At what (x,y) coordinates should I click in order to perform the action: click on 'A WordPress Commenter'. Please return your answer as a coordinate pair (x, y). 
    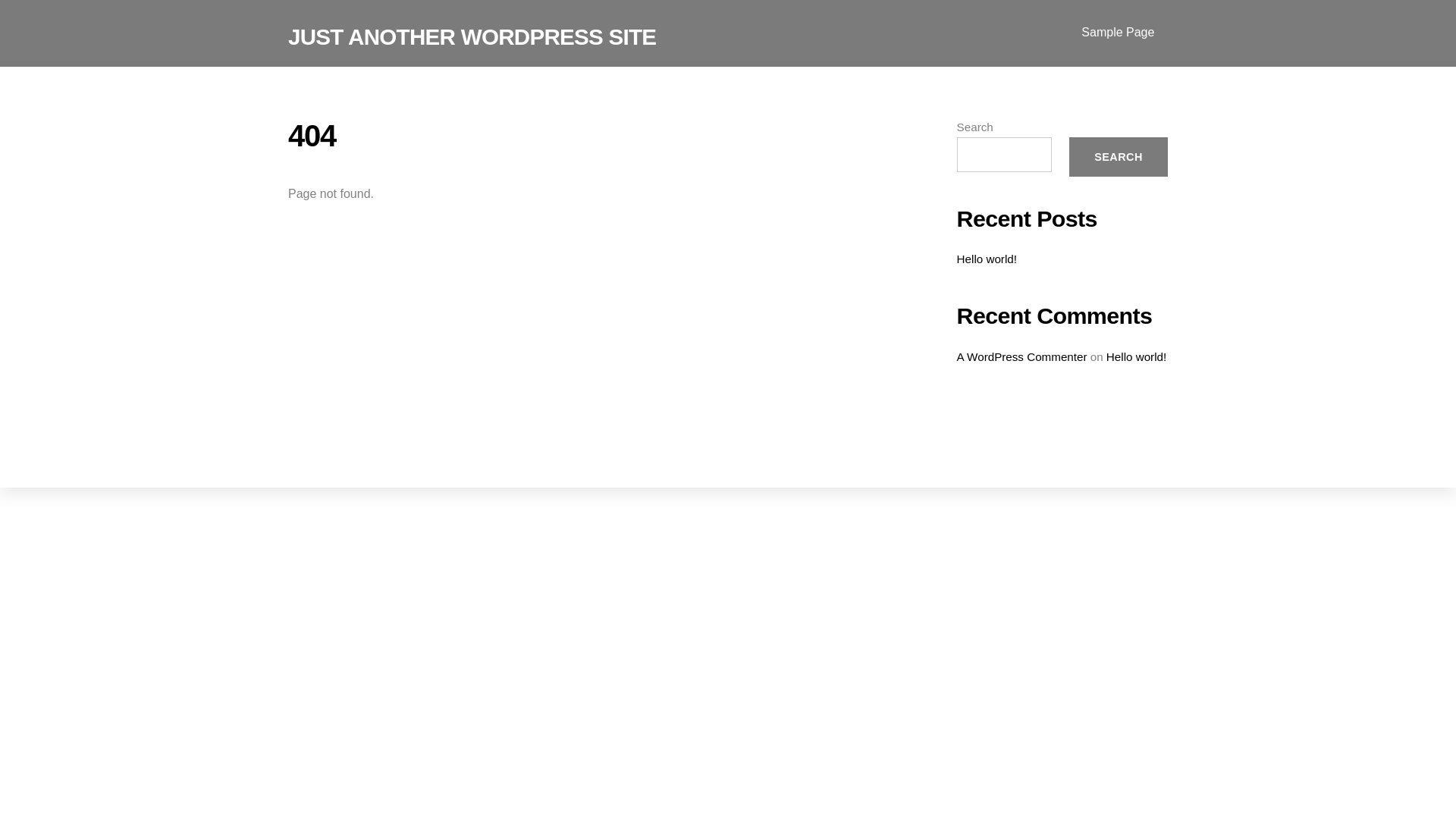
    Looking at the image, I should click on (1022, 356).